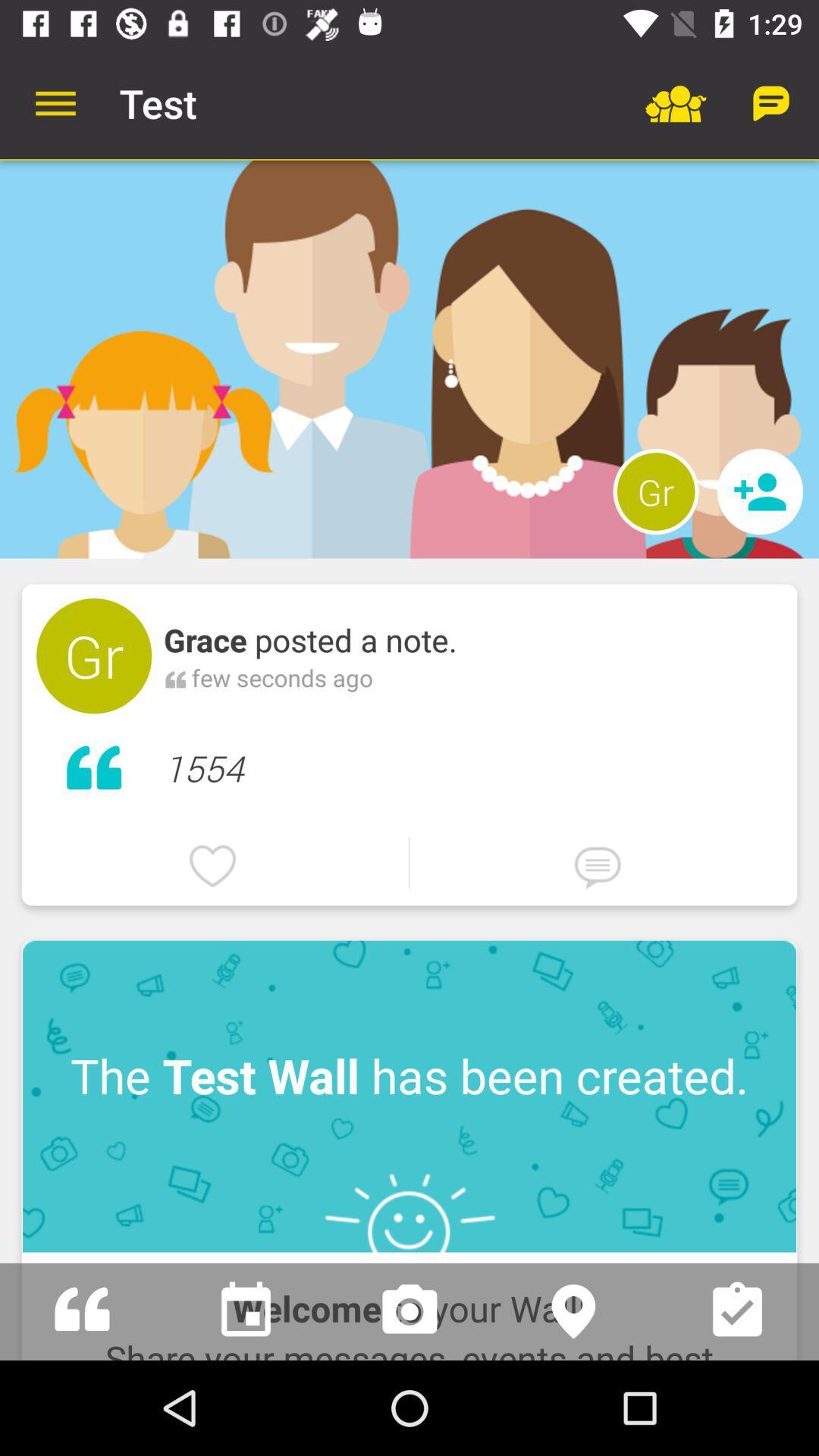 The height and width of the screenshot is (1456, 819). What do you see at coordinates (309, 639) in the screenshot?
I see `grace posted a icon` at bounding box center [309, 639].